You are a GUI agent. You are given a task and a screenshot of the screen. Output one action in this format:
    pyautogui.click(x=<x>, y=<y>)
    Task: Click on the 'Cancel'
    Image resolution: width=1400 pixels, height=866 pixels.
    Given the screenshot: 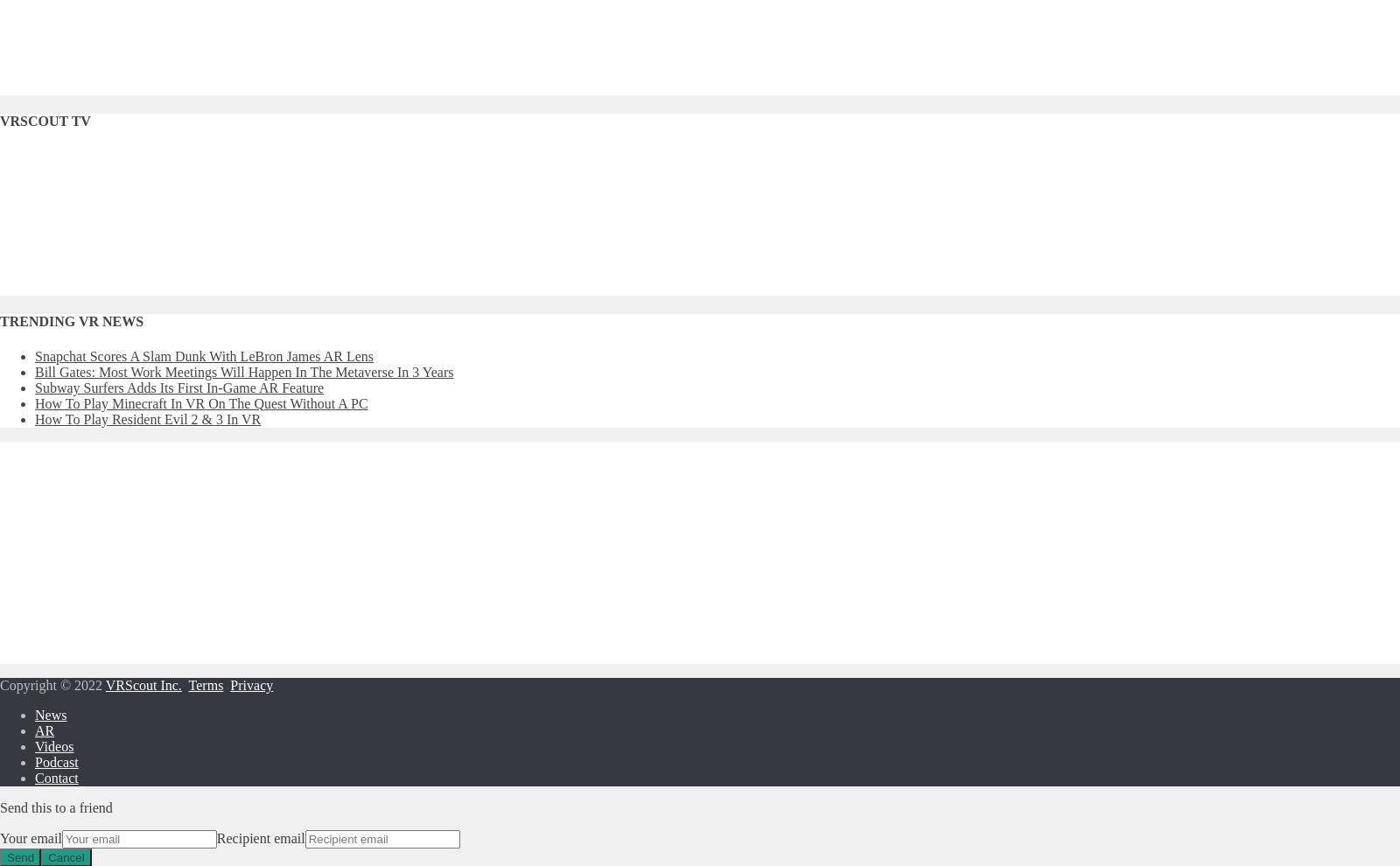 What is the action you would take?
    pyautogui.click(x=65, y=856)
    